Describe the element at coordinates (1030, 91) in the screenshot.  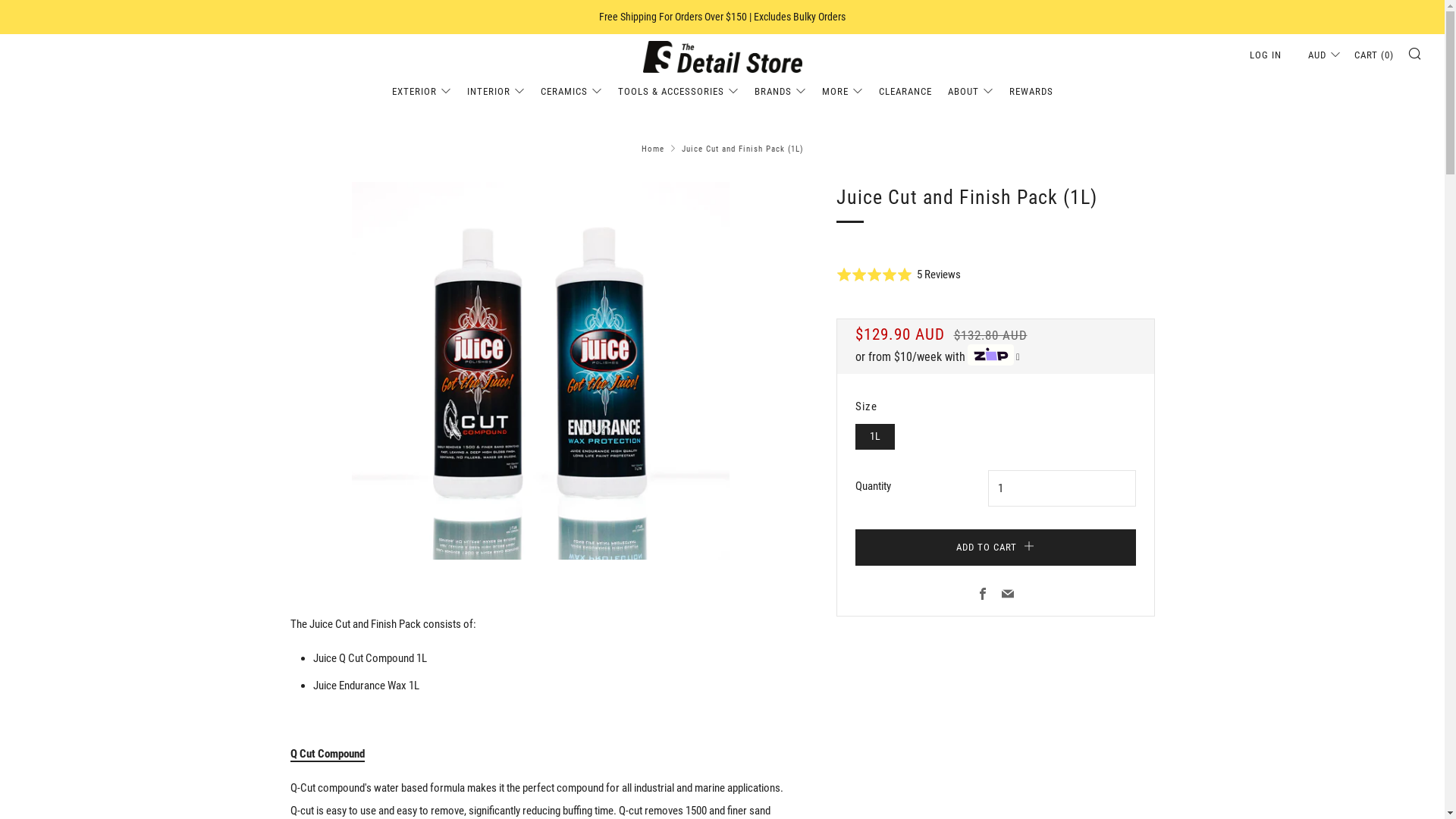
I see `'REWARDS'` at that location.